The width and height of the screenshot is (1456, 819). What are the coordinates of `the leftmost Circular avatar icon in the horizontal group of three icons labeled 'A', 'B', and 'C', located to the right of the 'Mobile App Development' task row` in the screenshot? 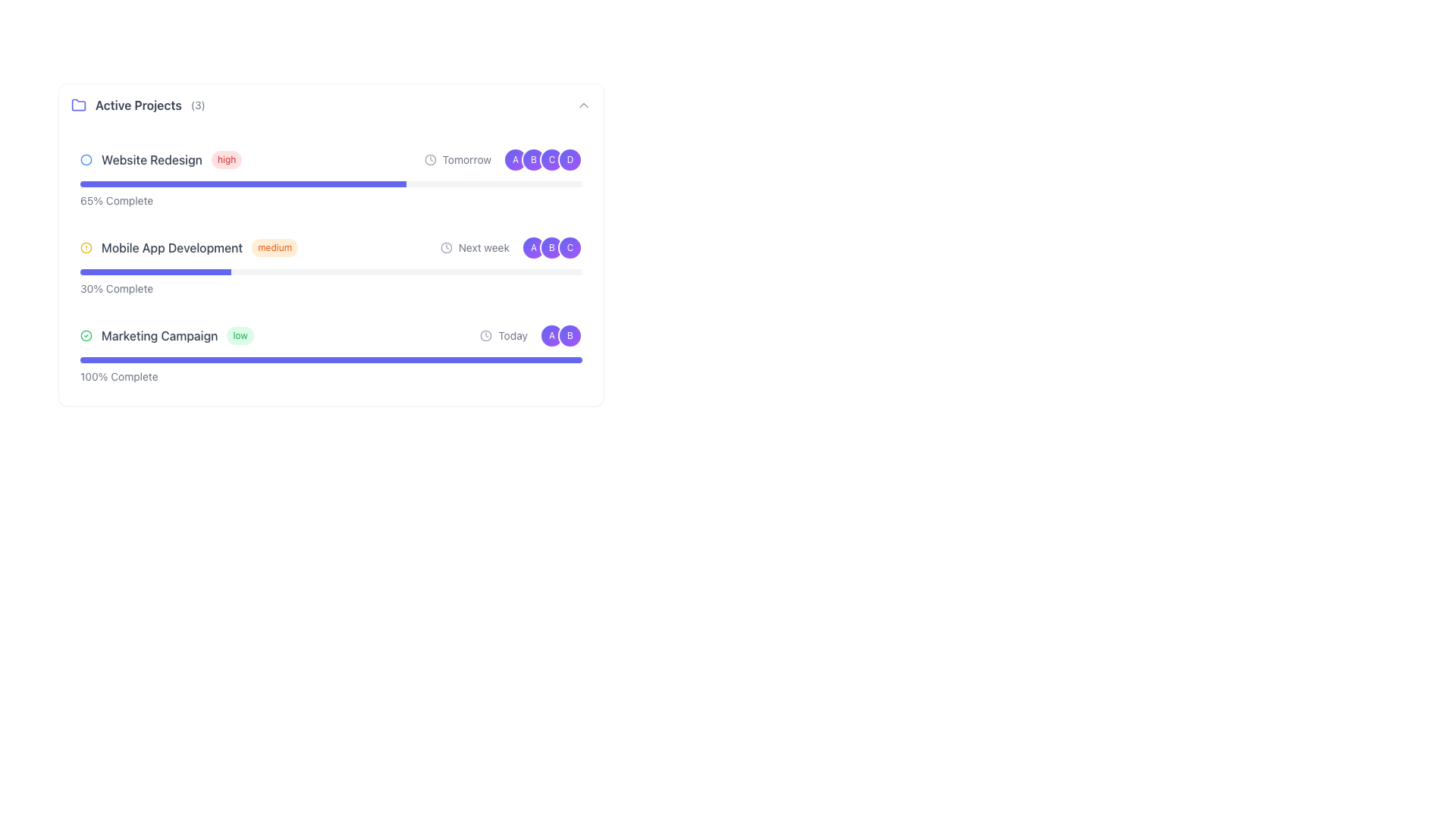 It's located at (534, 247).